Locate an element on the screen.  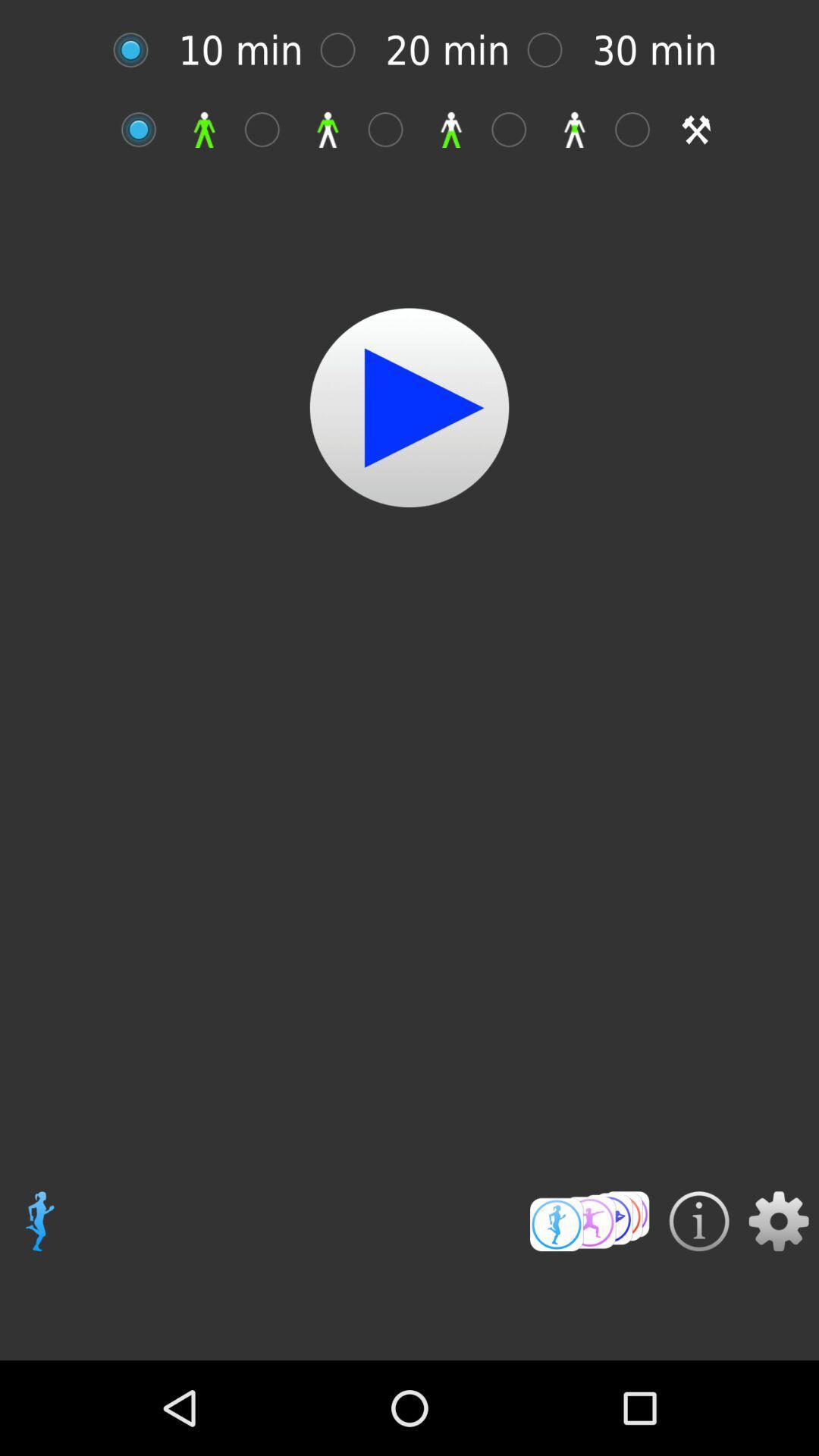
length is located at coordinates (138, 50).